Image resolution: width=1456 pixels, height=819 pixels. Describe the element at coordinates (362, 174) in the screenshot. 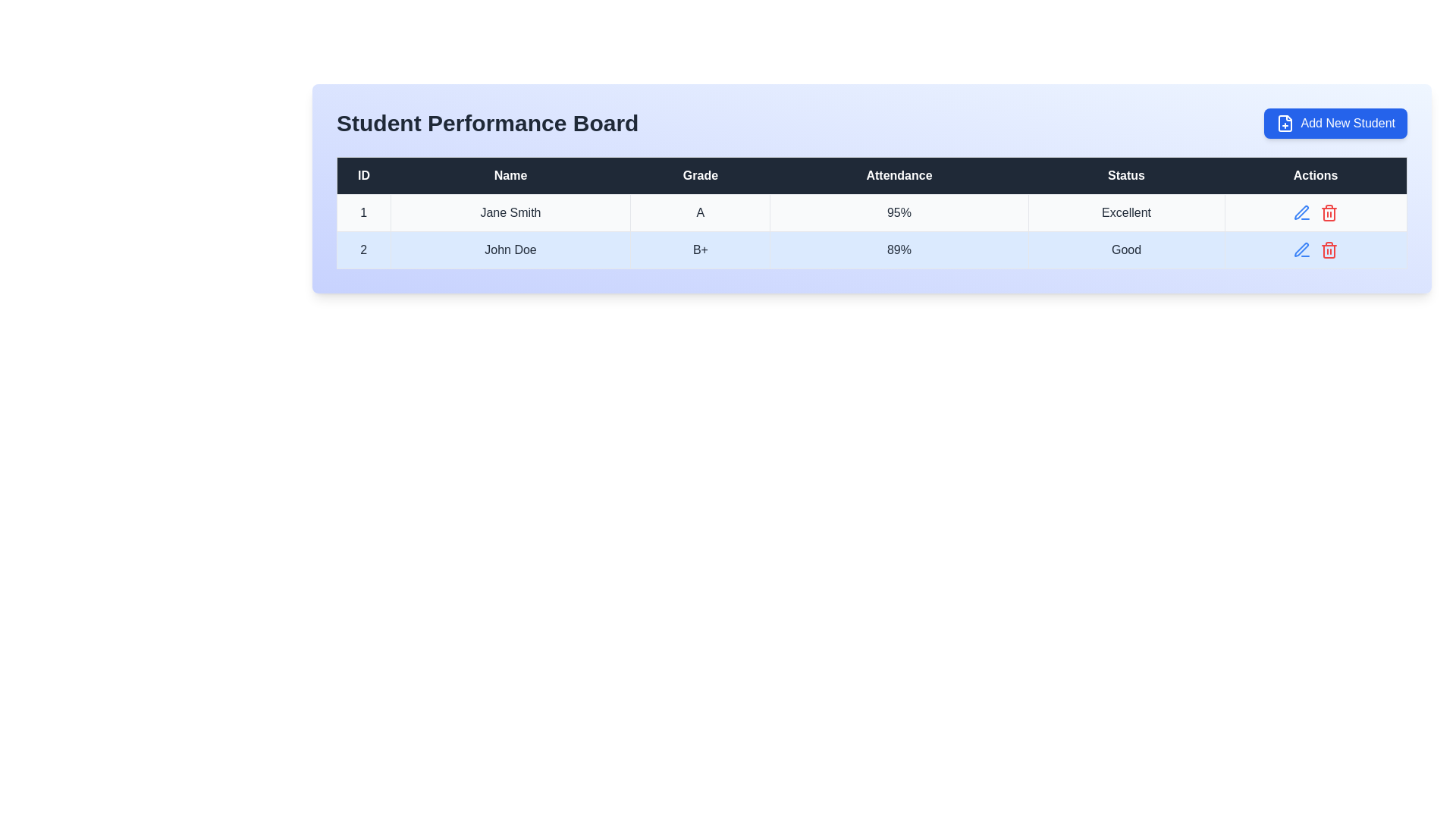

I see `the table column labeled 'ID' in the Student Performance Board, which is the first column header with a dark background and white text` at that location.